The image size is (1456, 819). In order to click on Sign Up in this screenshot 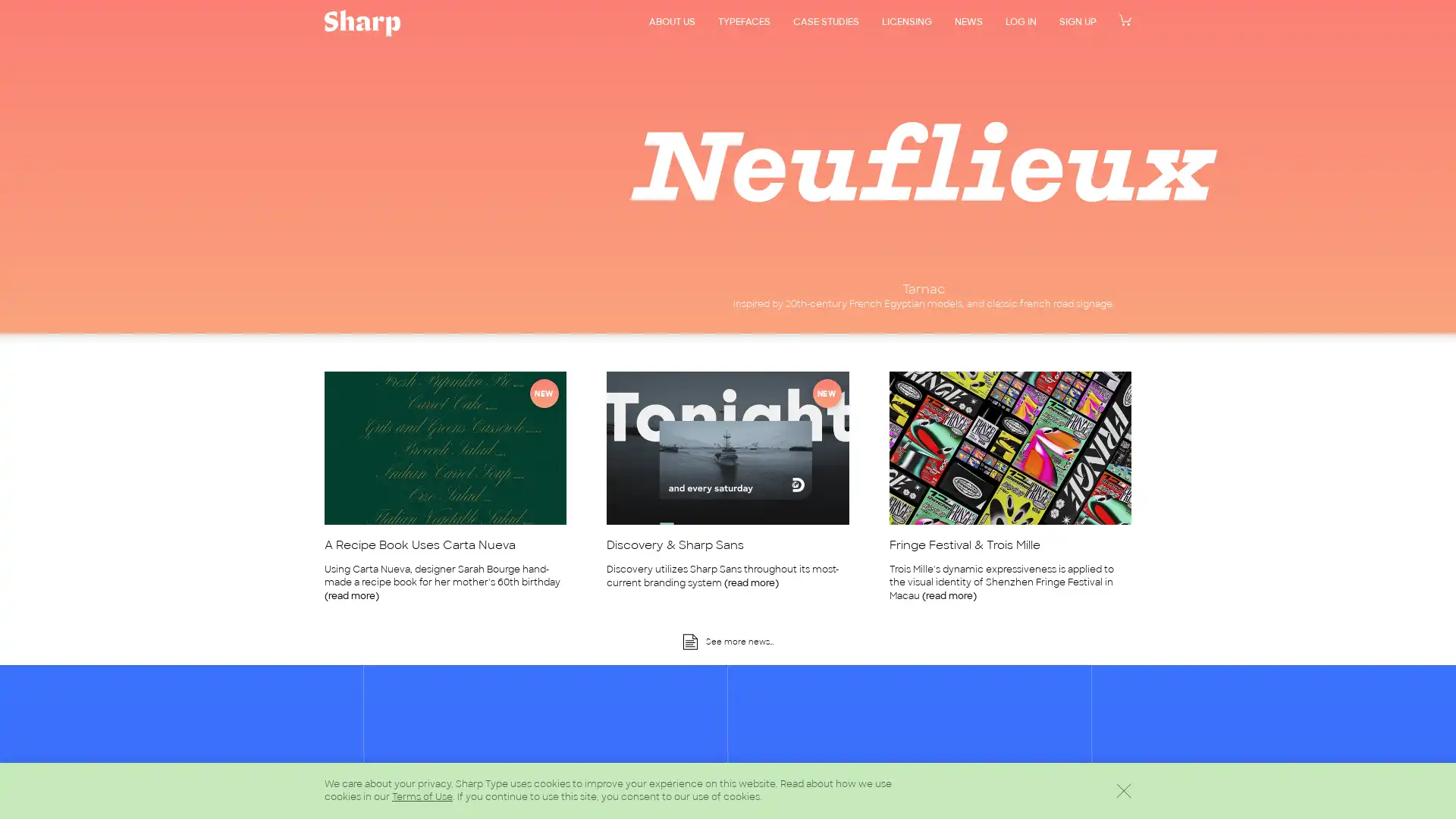, I will do `click(1397, 739)`.